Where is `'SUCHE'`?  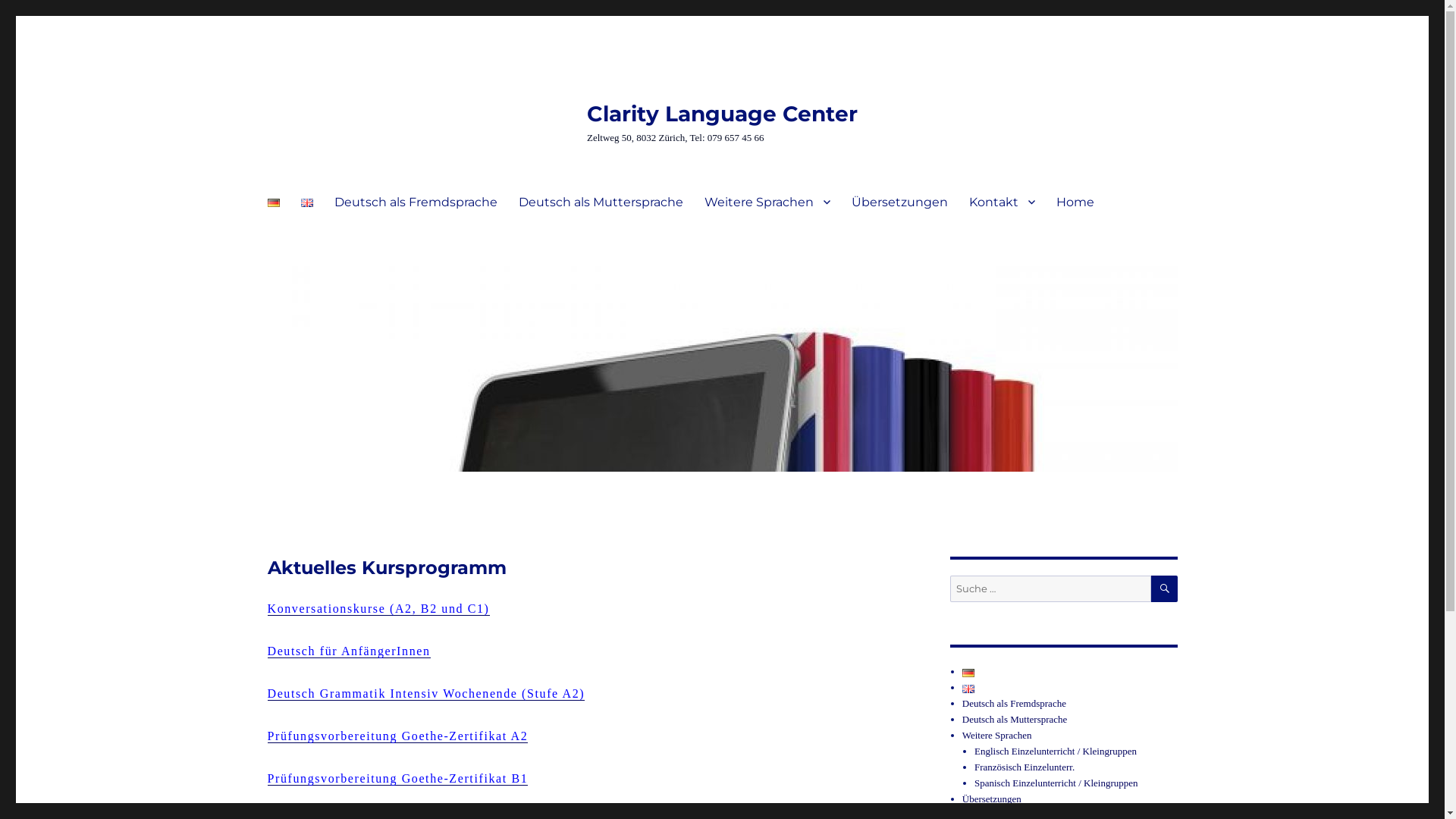
'SUCHE' is located at coordinates (1163, 588).